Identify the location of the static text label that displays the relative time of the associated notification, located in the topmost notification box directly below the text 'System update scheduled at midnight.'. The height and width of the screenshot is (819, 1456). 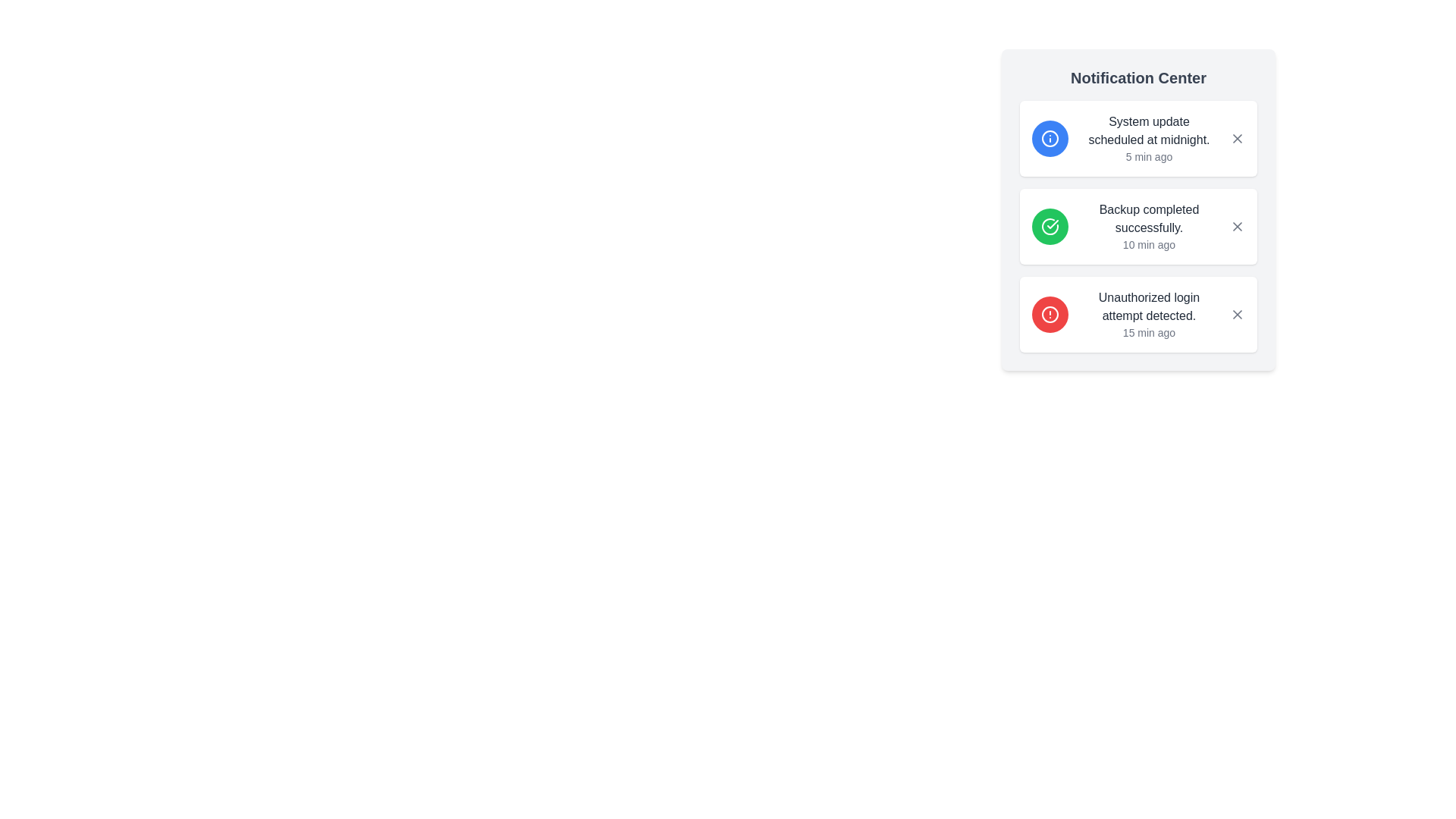
(1149, 157).